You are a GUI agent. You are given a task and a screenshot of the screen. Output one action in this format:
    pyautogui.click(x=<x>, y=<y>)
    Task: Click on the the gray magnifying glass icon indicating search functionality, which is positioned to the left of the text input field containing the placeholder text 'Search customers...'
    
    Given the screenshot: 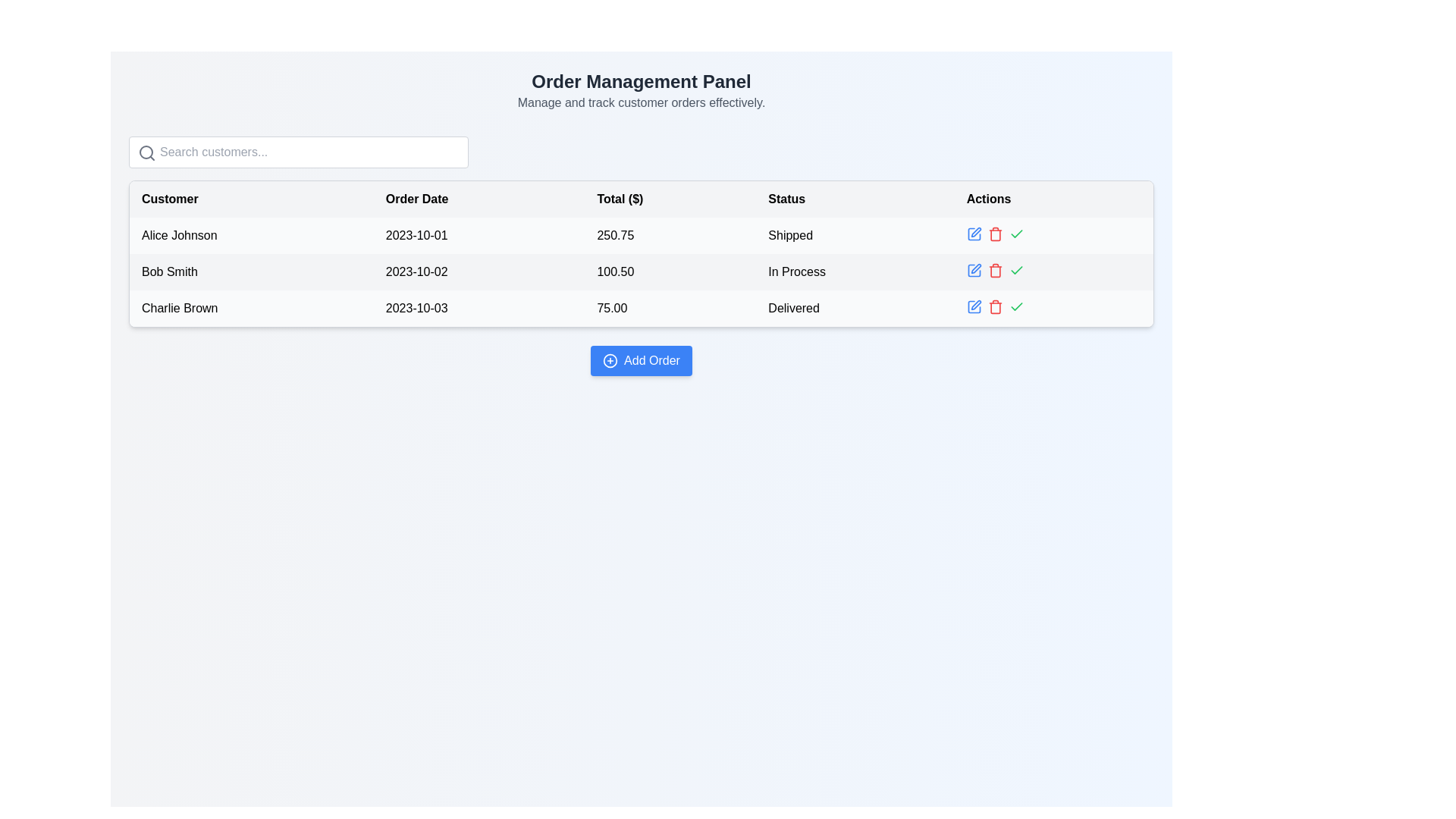 What is the action you would take?
    pyautogui.click(x=146, y=152)
    